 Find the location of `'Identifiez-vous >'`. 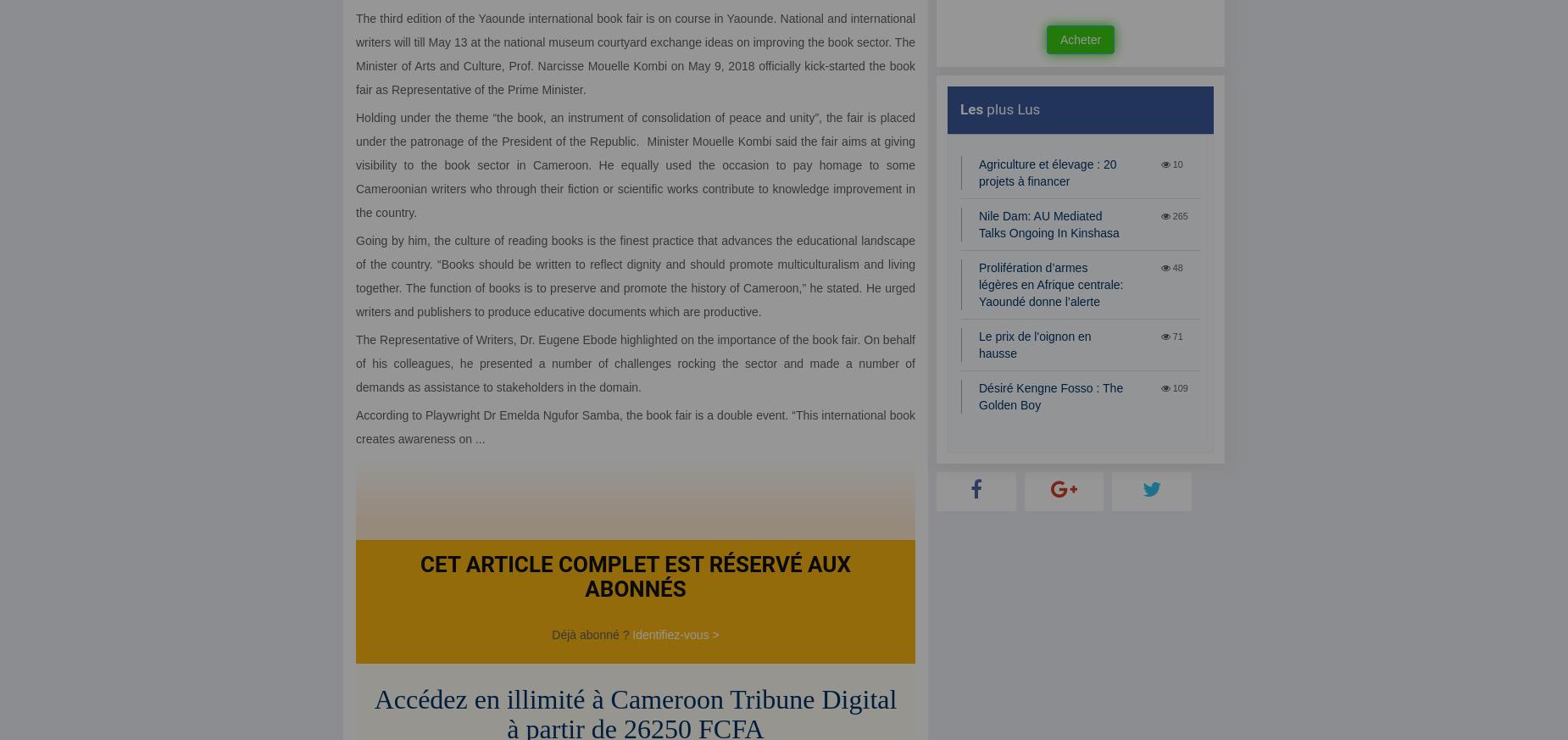

'Identifiez-vous >' is located at coordinates (675, 632).